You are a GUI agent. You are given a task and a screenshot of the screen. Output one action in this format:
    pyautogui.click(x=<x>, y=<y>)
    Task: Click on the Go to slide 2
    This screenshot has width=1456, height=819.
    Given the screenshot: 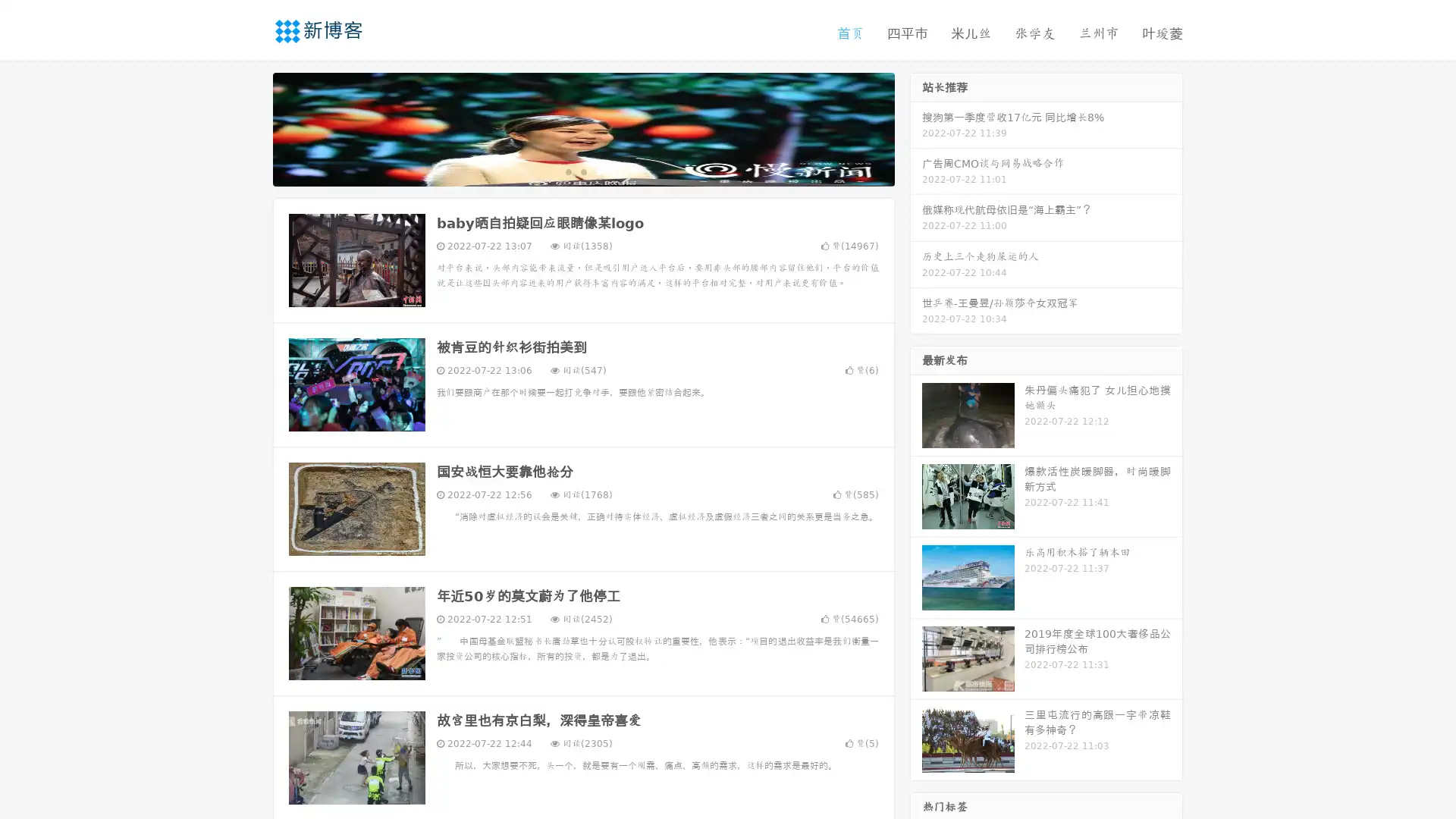 What is the action you would take?
    pyautogui.click(x=582, y=171)
    